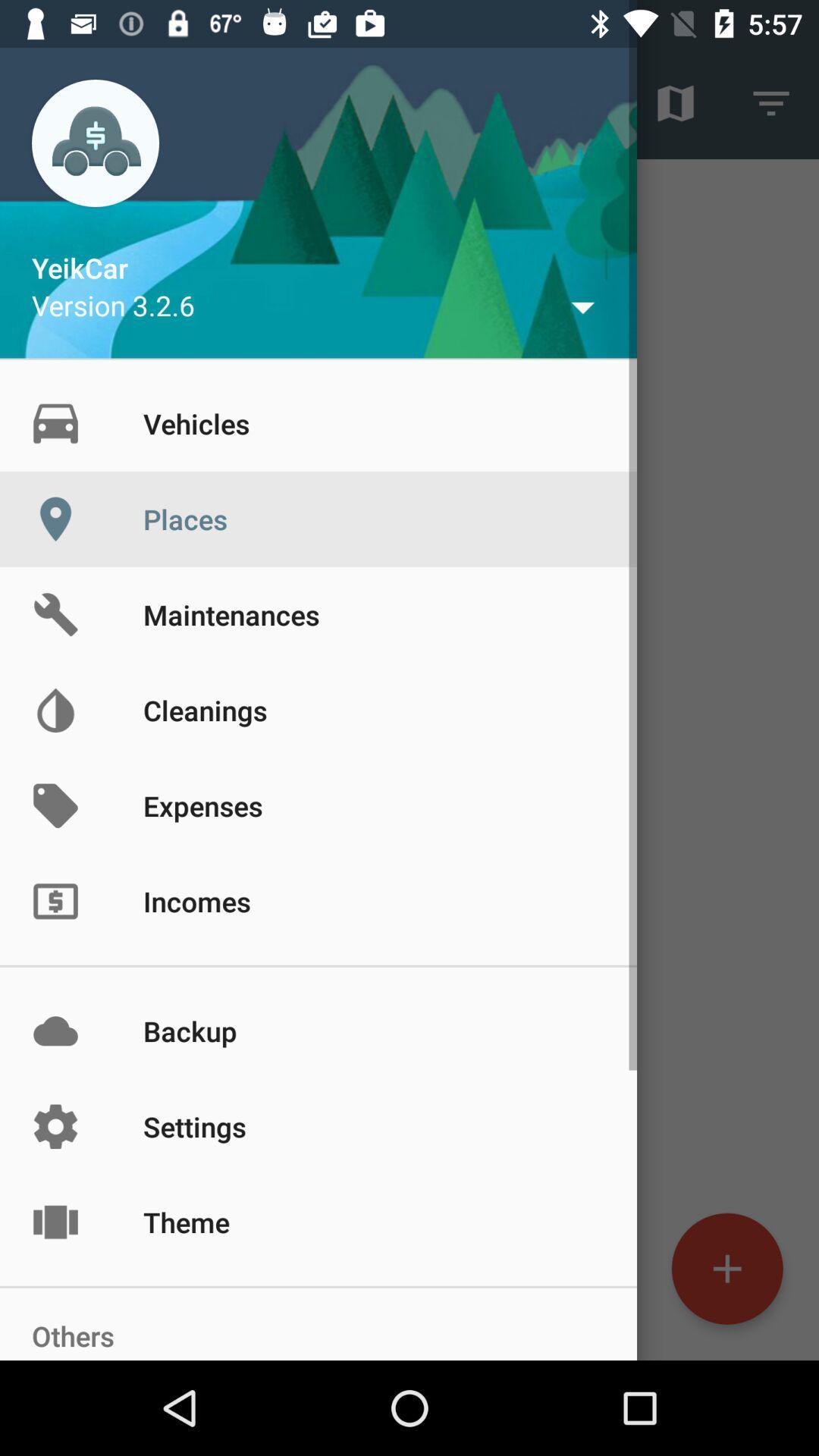 This screenshot has width=819, height=1456. What do you see at coordinates (726, 1269) in the screenshot?
I see `the add icon` at bounding box center [726, 1269].